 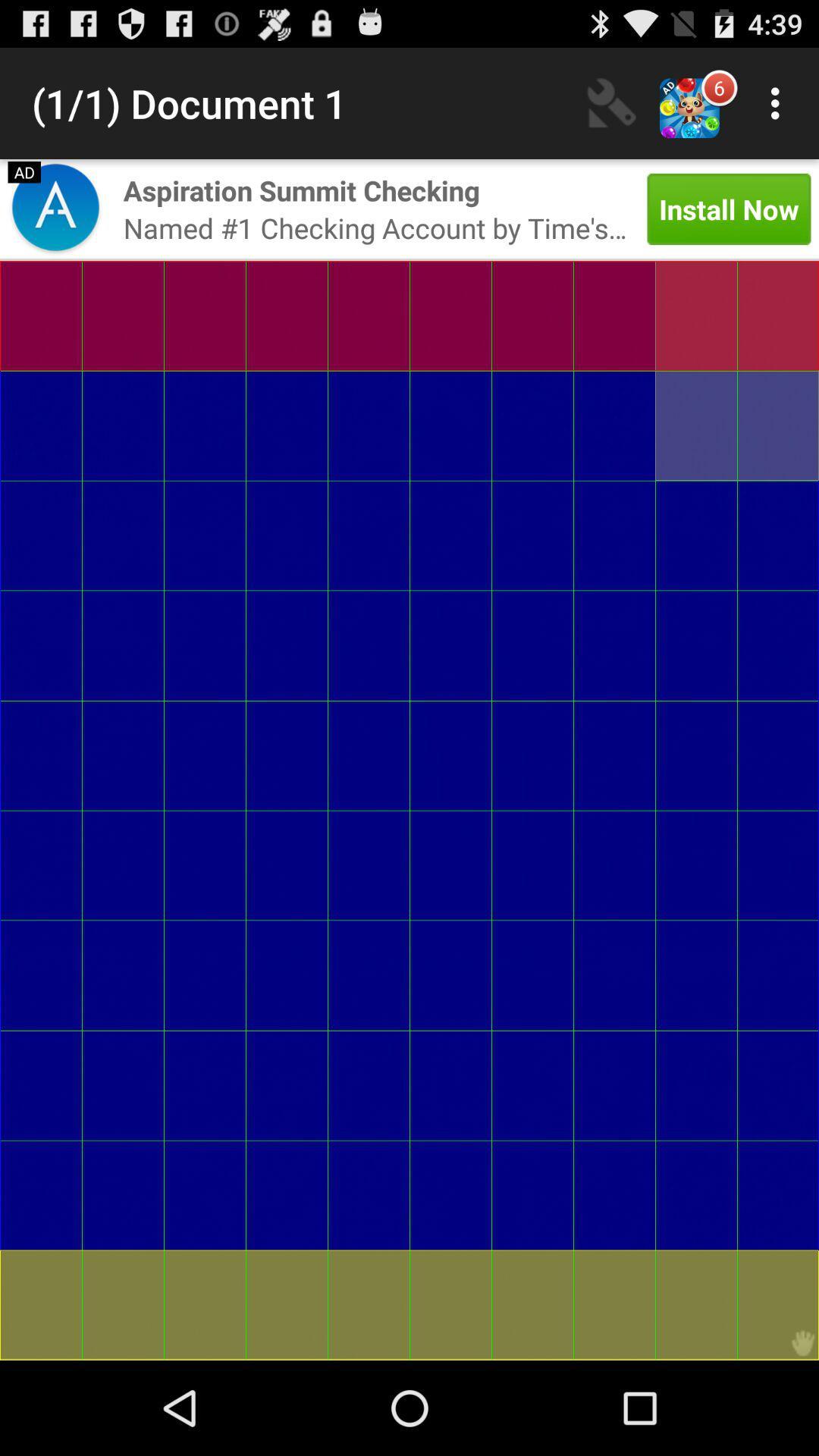 I want to click on item below the 1 1 document icon, so click(x=301, y=190).